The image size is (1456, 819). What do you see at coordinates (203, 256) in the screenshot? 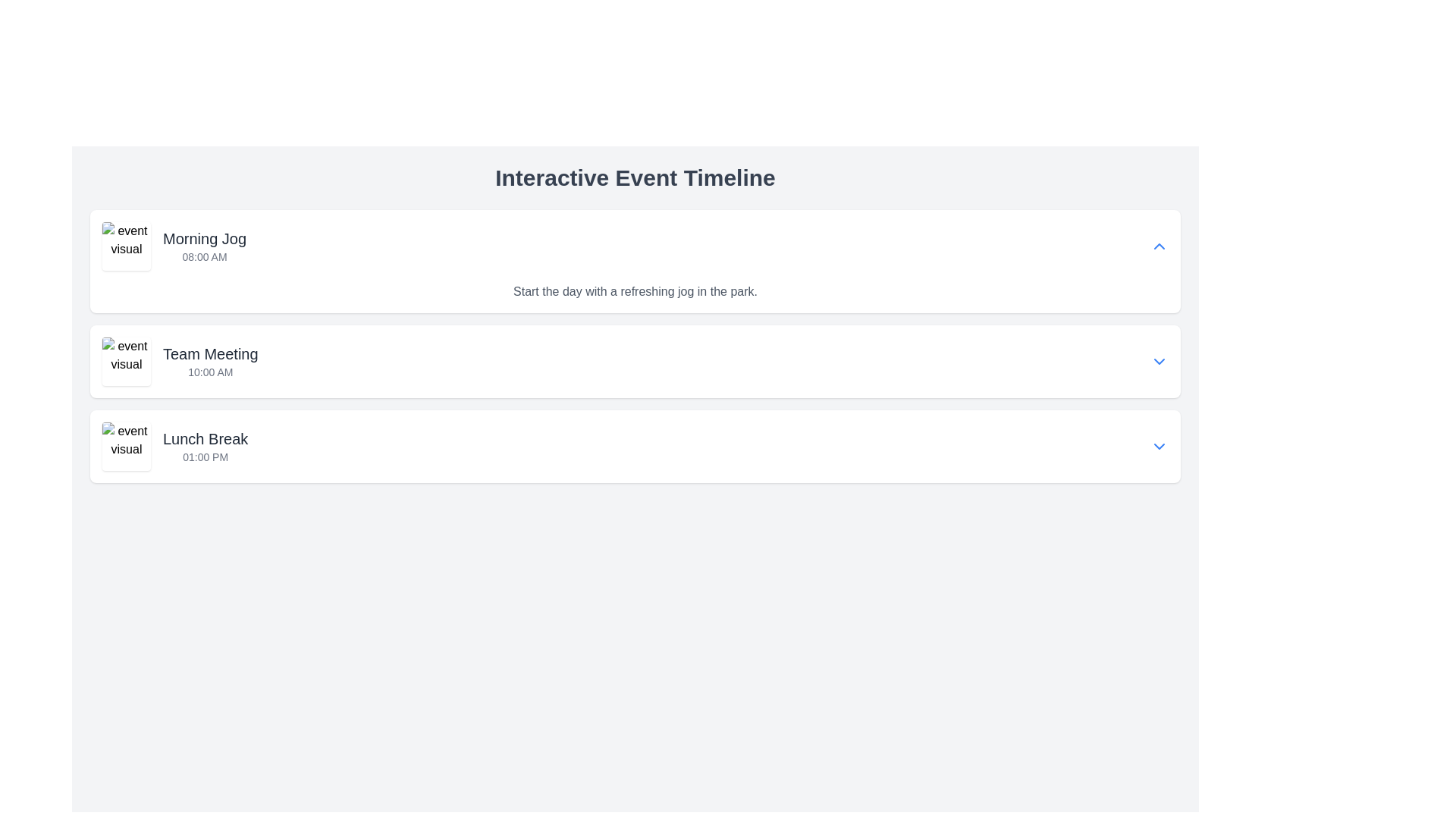
I see `the Text label indicating the scheduled time for the 'Morning Jog' event, which is located beneath the title within the first event card` at bounding box center [203, 256].